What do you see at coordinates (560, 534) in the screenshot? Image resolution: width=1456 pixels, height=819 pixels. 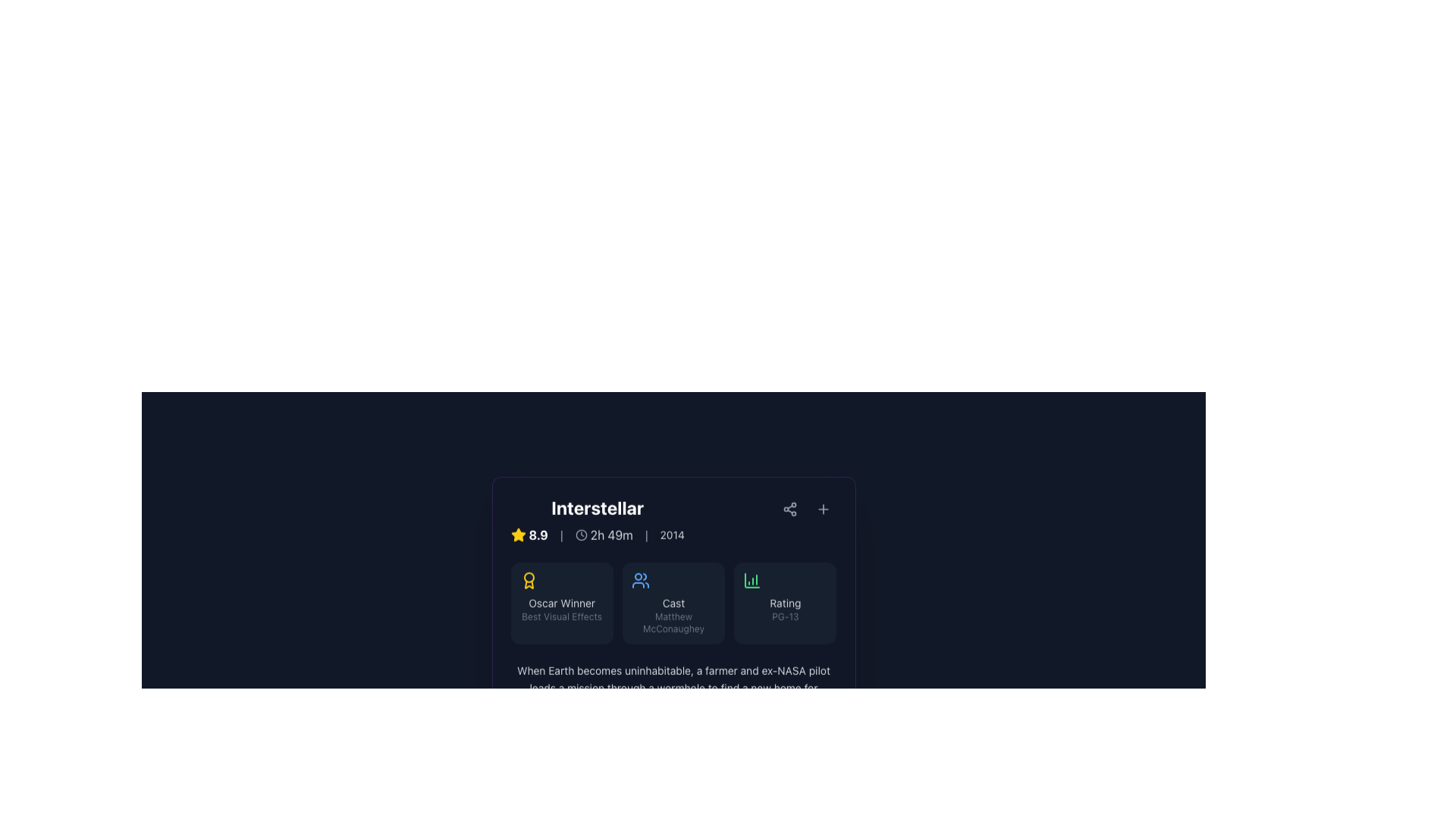 I see `the thin vertical gray separator line that separates the movie rating from the duration information` at bounding box center [560, 534].